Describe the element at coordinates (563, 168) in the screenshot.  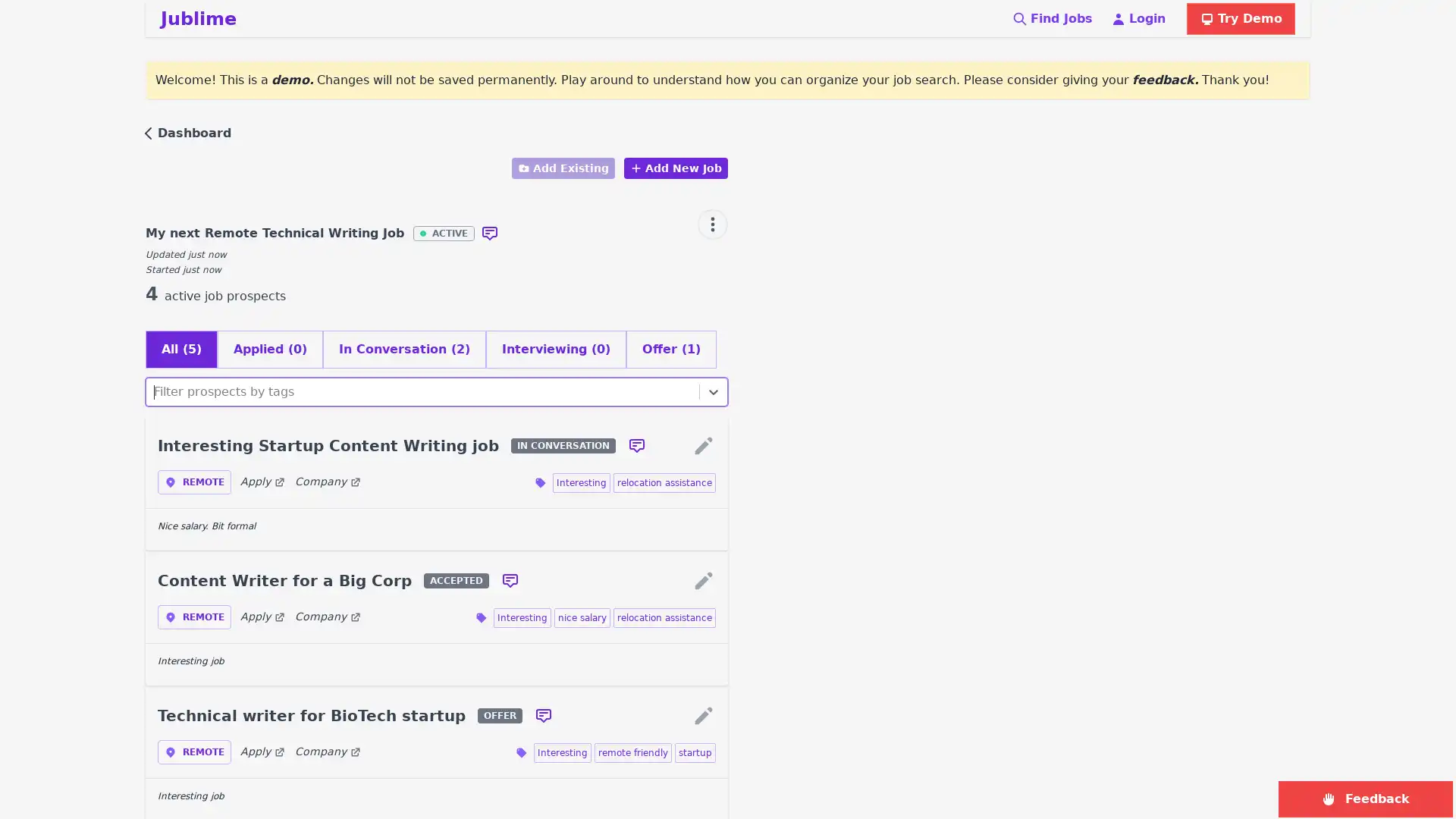
I see `Add Existing` at that location.